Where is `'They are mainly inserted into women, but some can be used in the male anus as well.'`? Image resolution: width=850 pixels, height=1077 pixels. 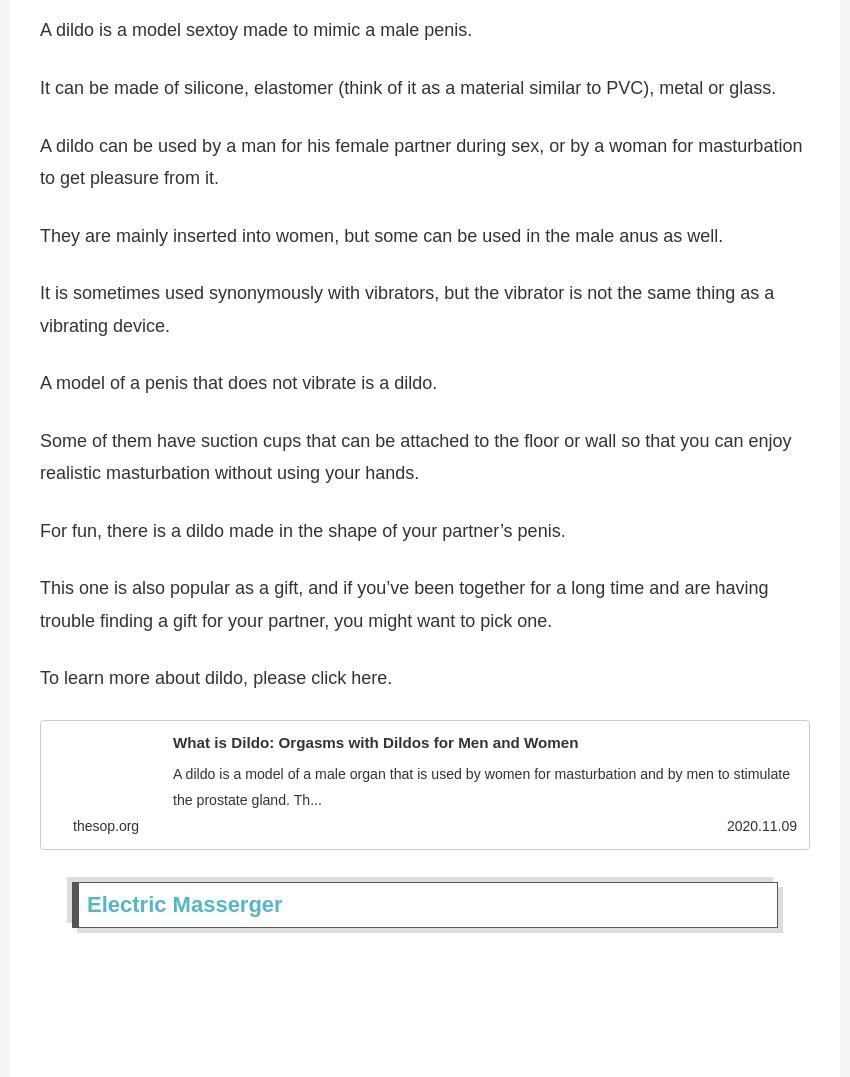 'They are mainly inserted into women, but some can be used in the male anus as well.' is located at coordinates (380, 242).